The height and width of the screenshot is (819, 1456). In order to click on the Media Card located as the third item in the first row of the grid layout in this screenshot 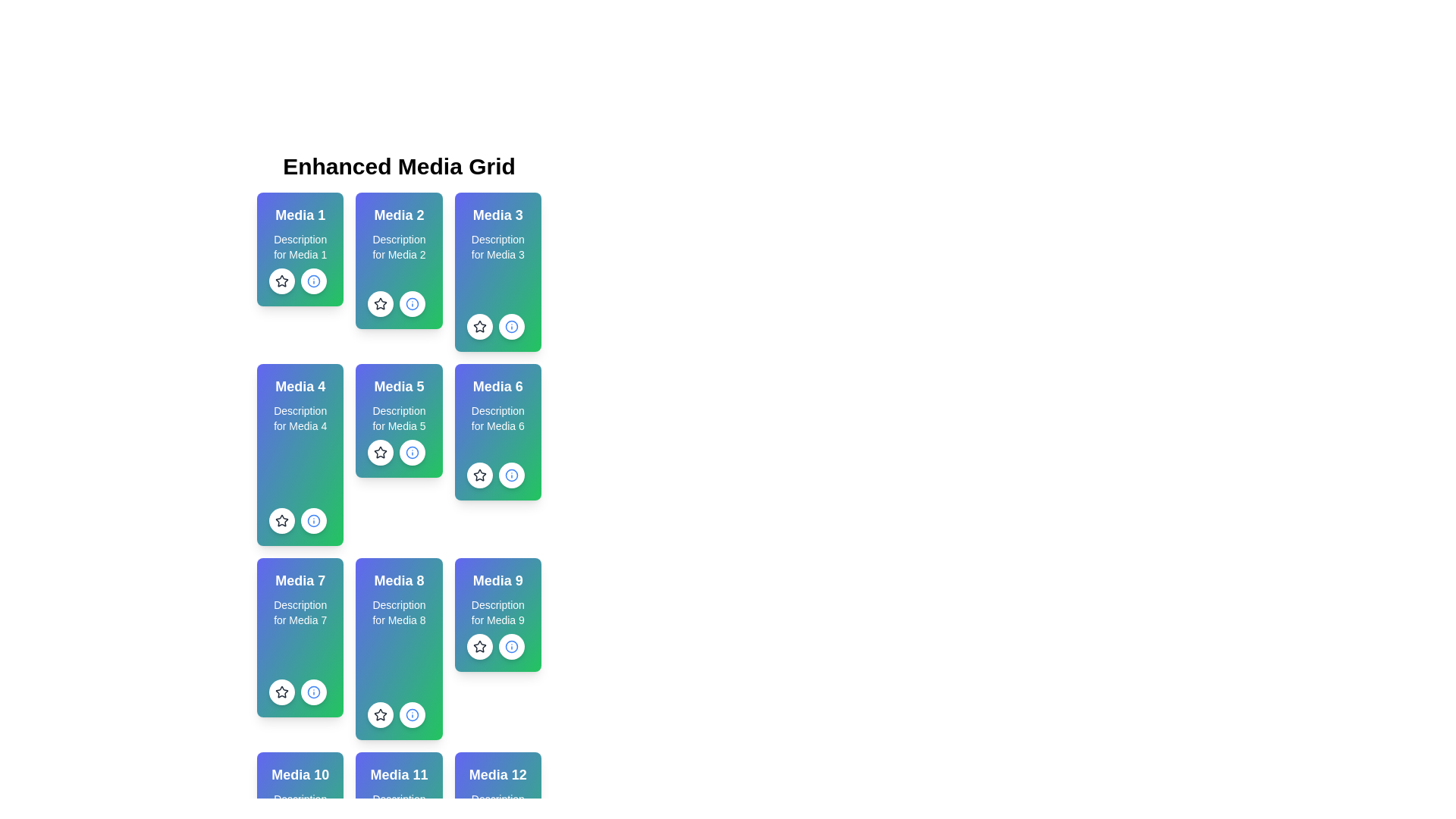, I will do `click(497, 271)`.